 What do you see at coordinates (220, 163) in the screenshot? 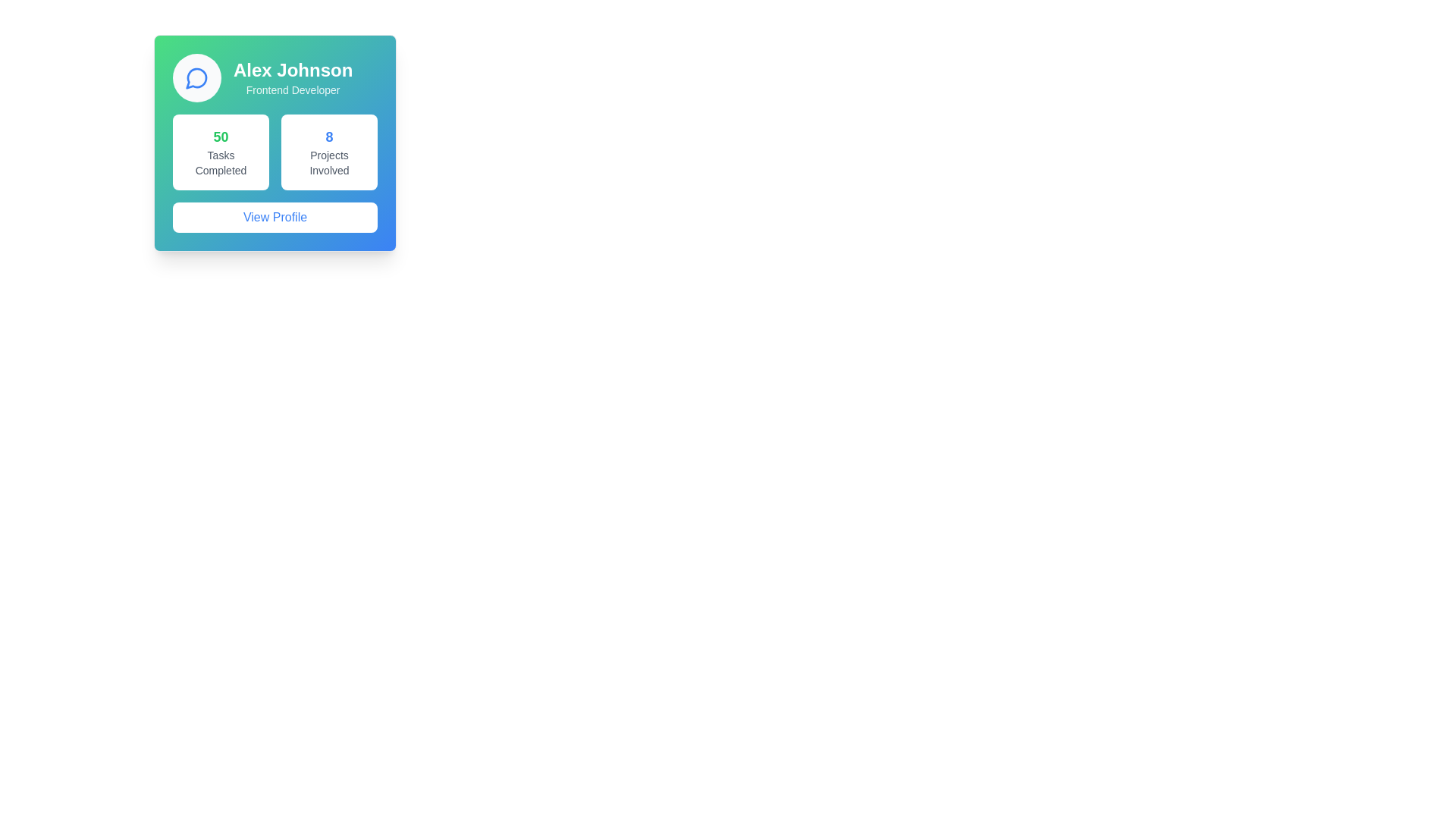
I see `the text label that provides context for the count of completed tasks, positioned below the bold green number '50'` at bounding box center [220, 163].